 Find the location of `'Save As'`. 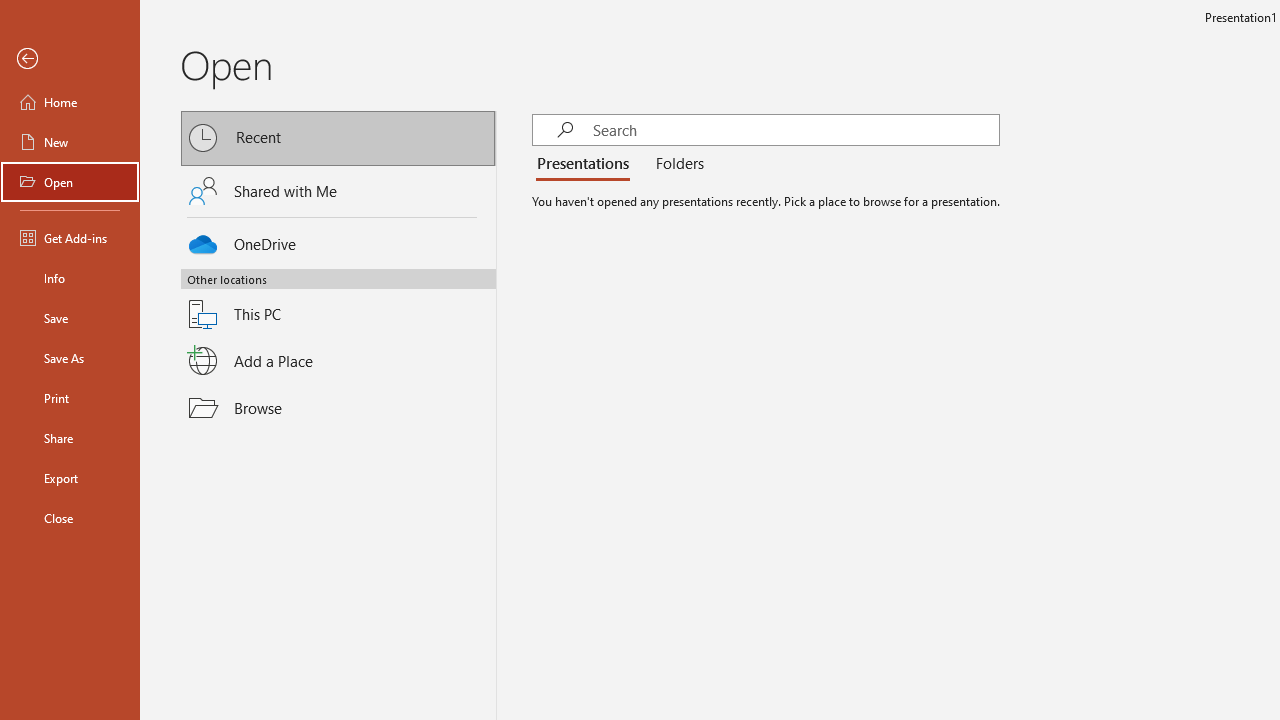

'Save As' is located at coordinates (69, 356).